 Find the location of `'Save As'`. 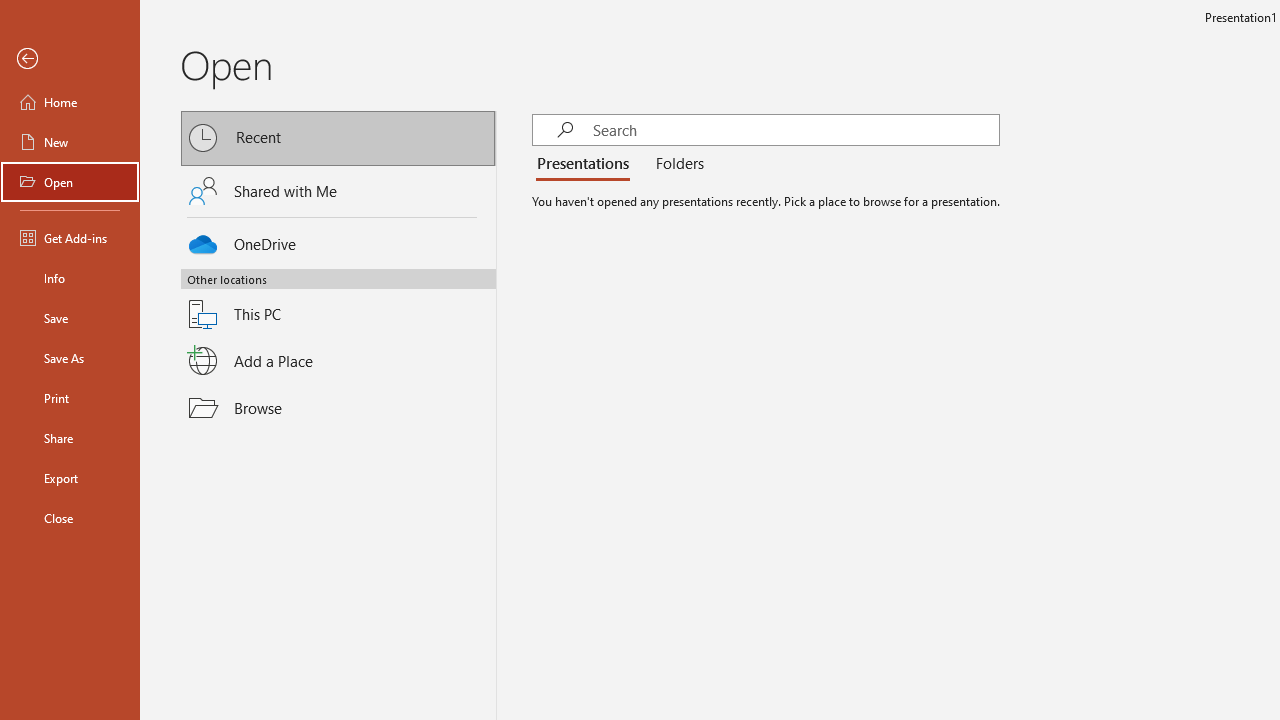

'Save As' is located at coordinates (69, 356).